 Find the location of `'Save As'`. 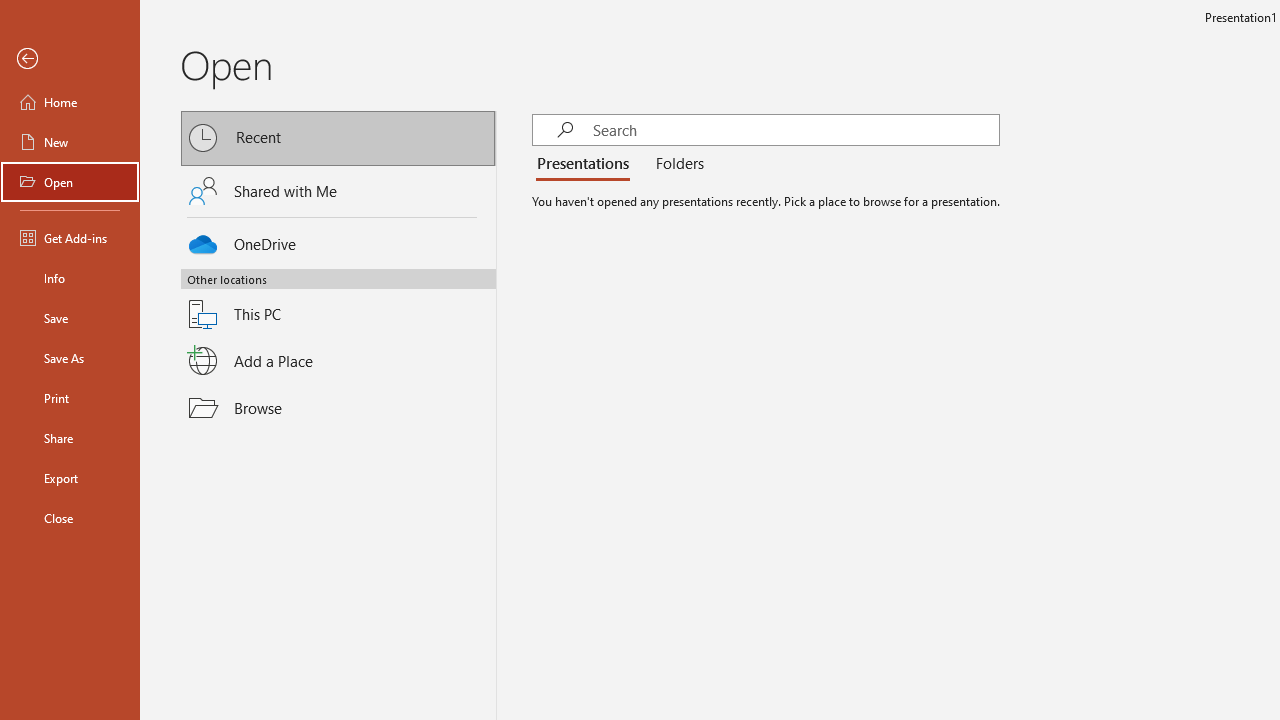

'Save As' is located at coordinates (69, 356).